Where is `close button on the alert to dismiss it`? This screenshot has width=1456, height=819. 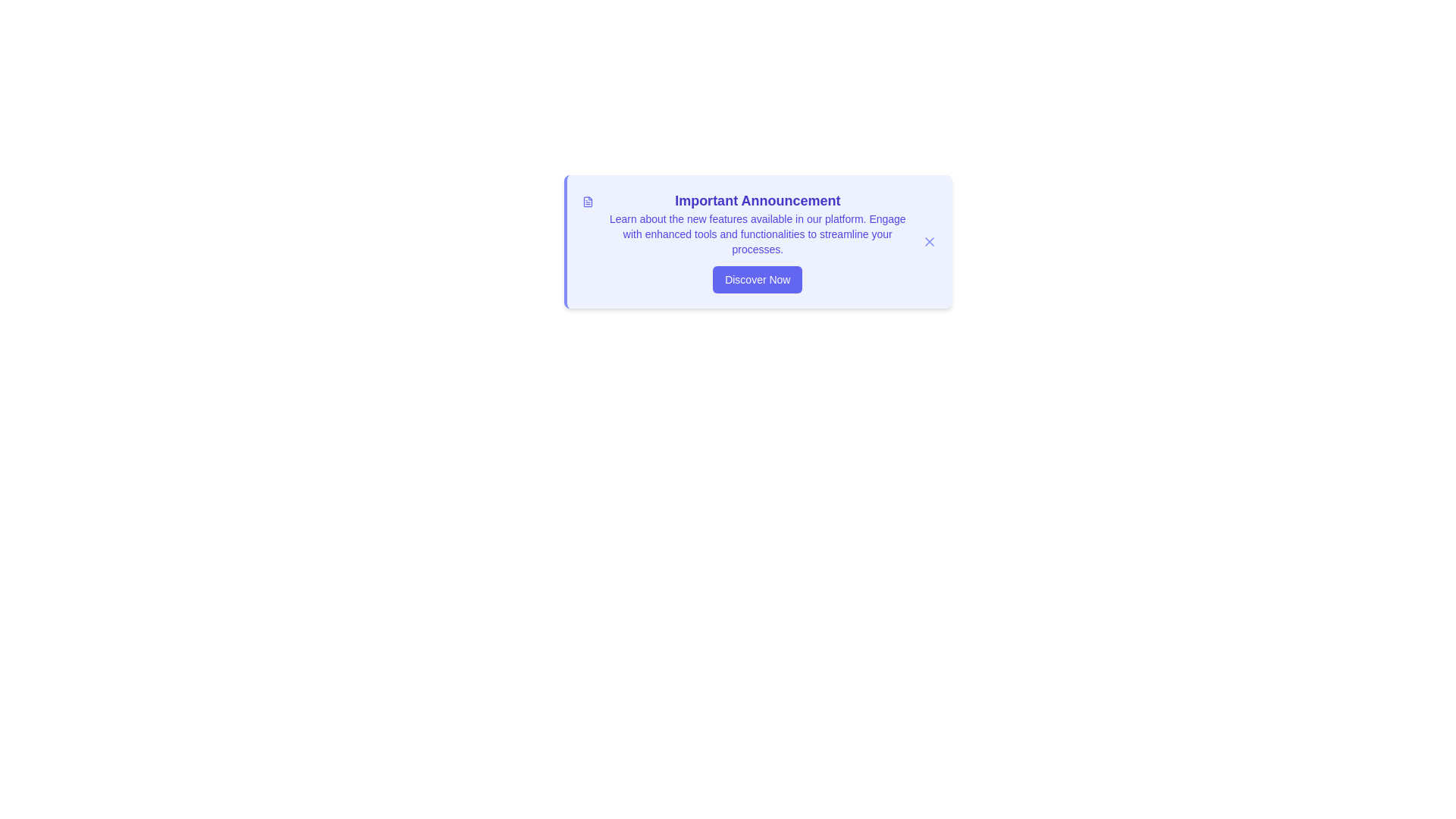 close button on the alert to dismiss it is located at coordinates (928, 241).